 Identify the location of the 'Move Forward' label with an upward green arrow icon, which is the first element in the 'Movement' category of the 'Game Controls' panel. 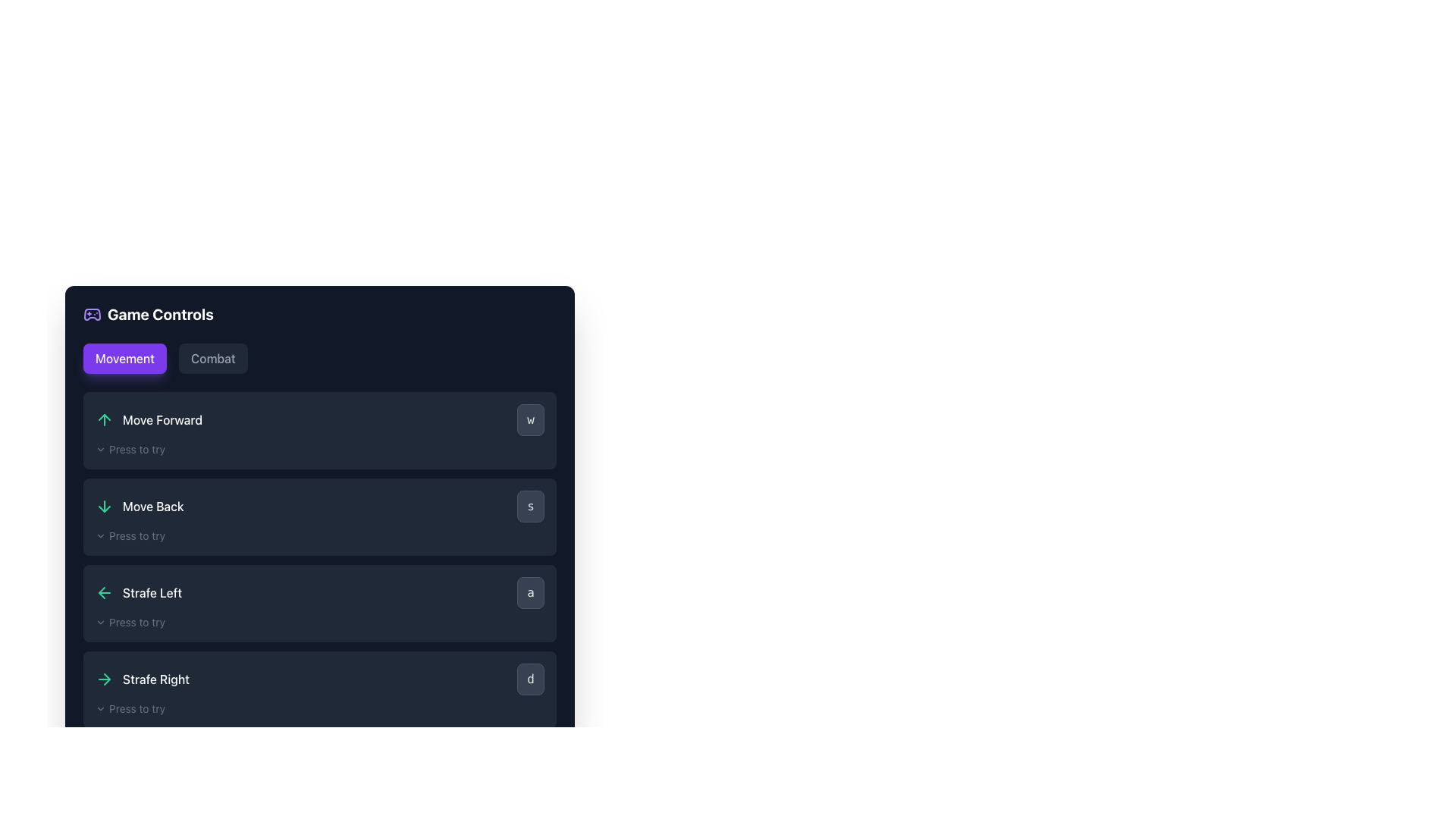
(149, 420).